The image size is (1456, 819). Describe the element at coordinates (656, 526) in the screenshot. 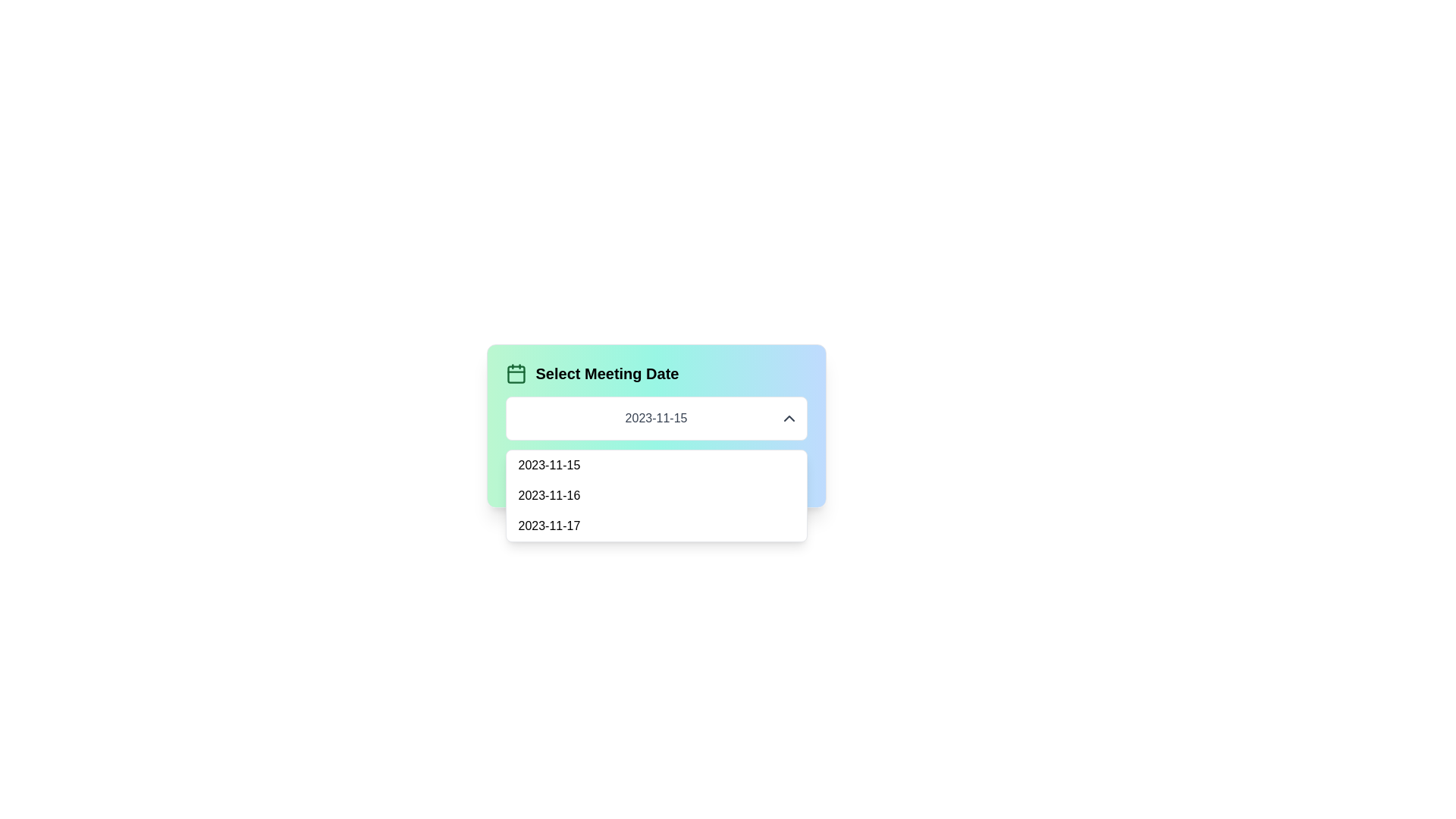

I see `the list item option for the date '2023-11-17' in the dropdown menu` at that location.